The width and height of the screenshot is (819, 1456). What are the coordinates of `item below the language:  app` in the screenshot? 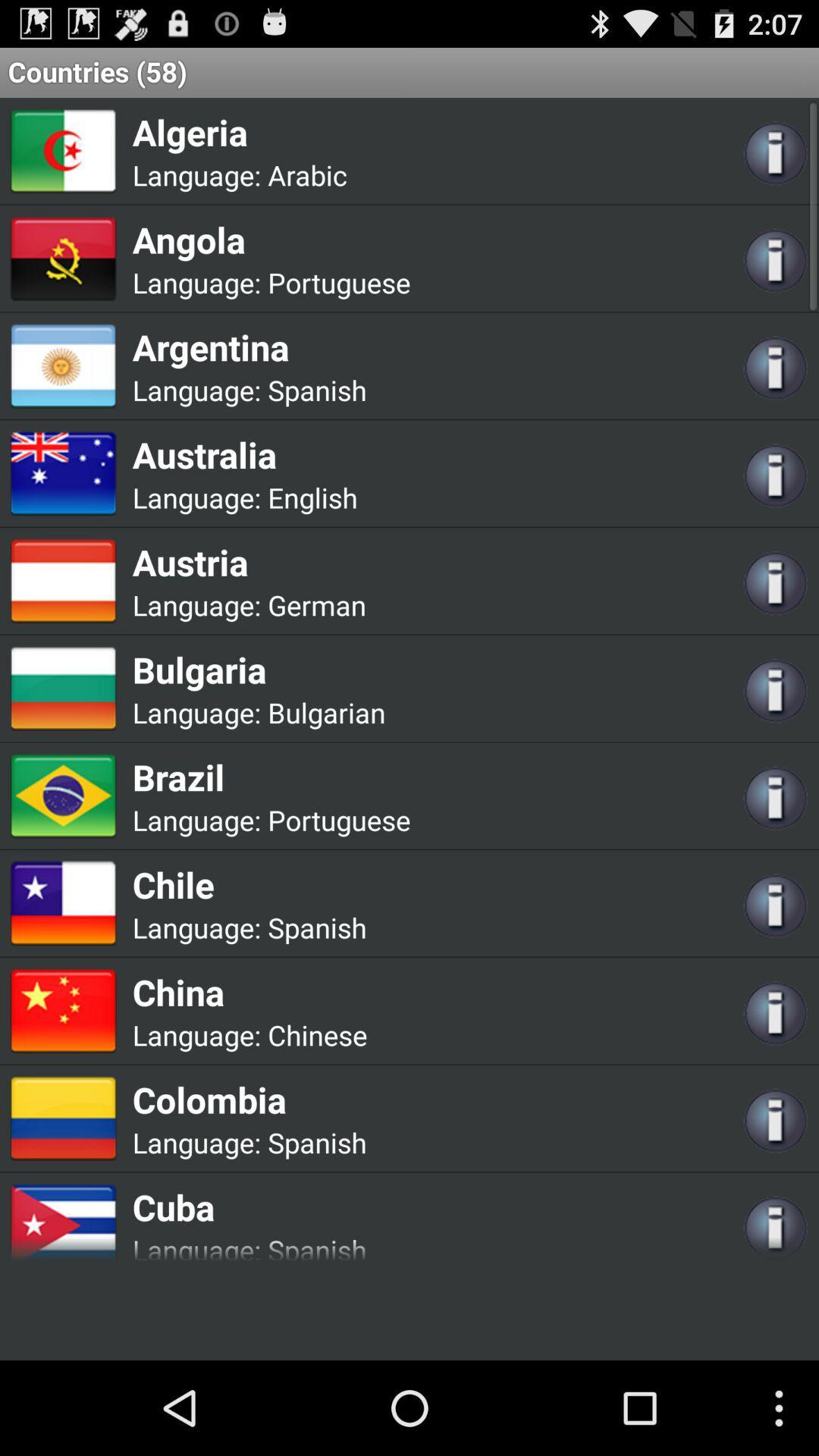 It's located at (248, 561).